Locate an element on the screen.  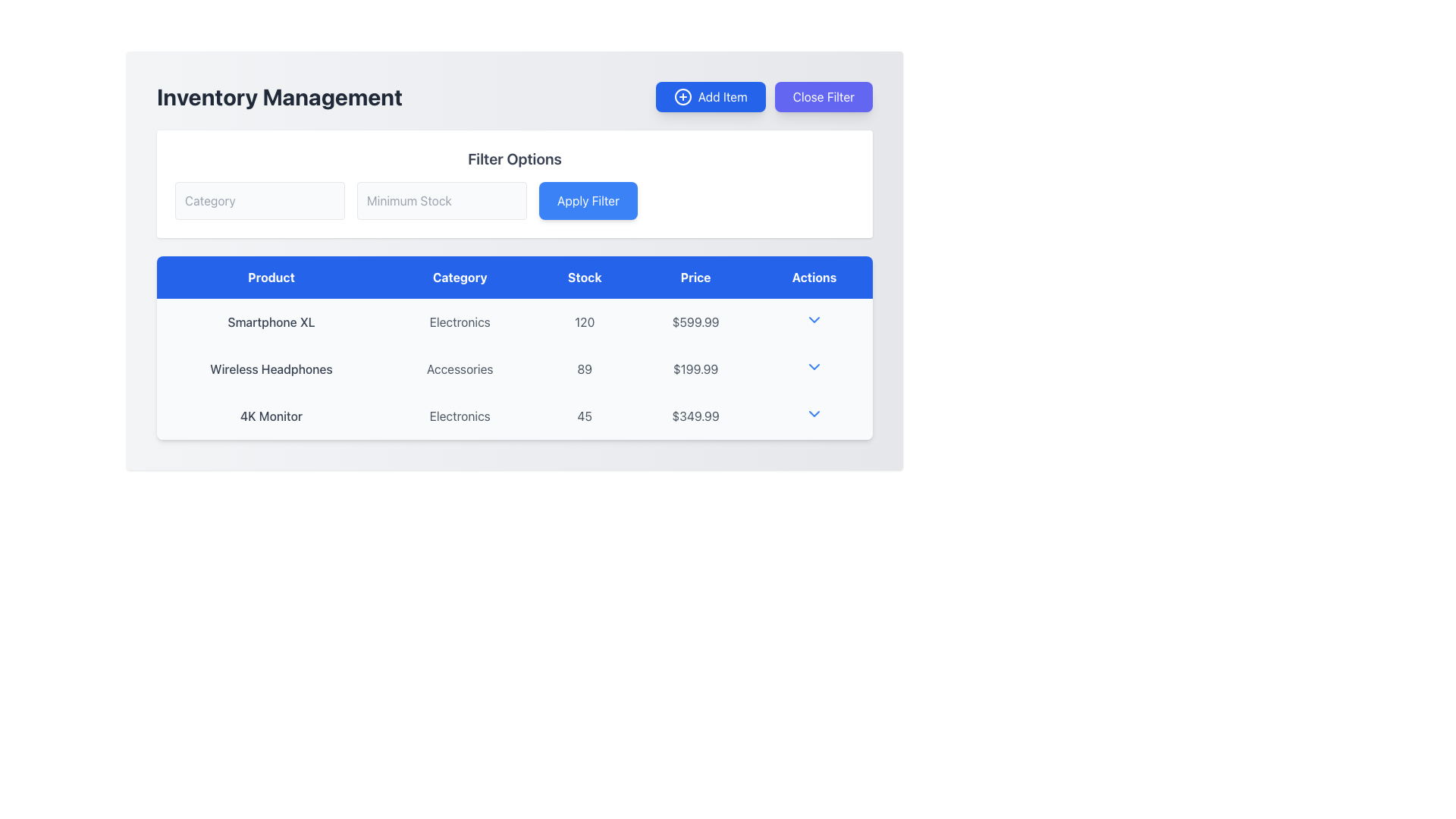
the price label displaying '$199.99' in gray text, which is located in the Price column of the product 'Wireless Headphones' row in the table is located at coordinates (695, 369).